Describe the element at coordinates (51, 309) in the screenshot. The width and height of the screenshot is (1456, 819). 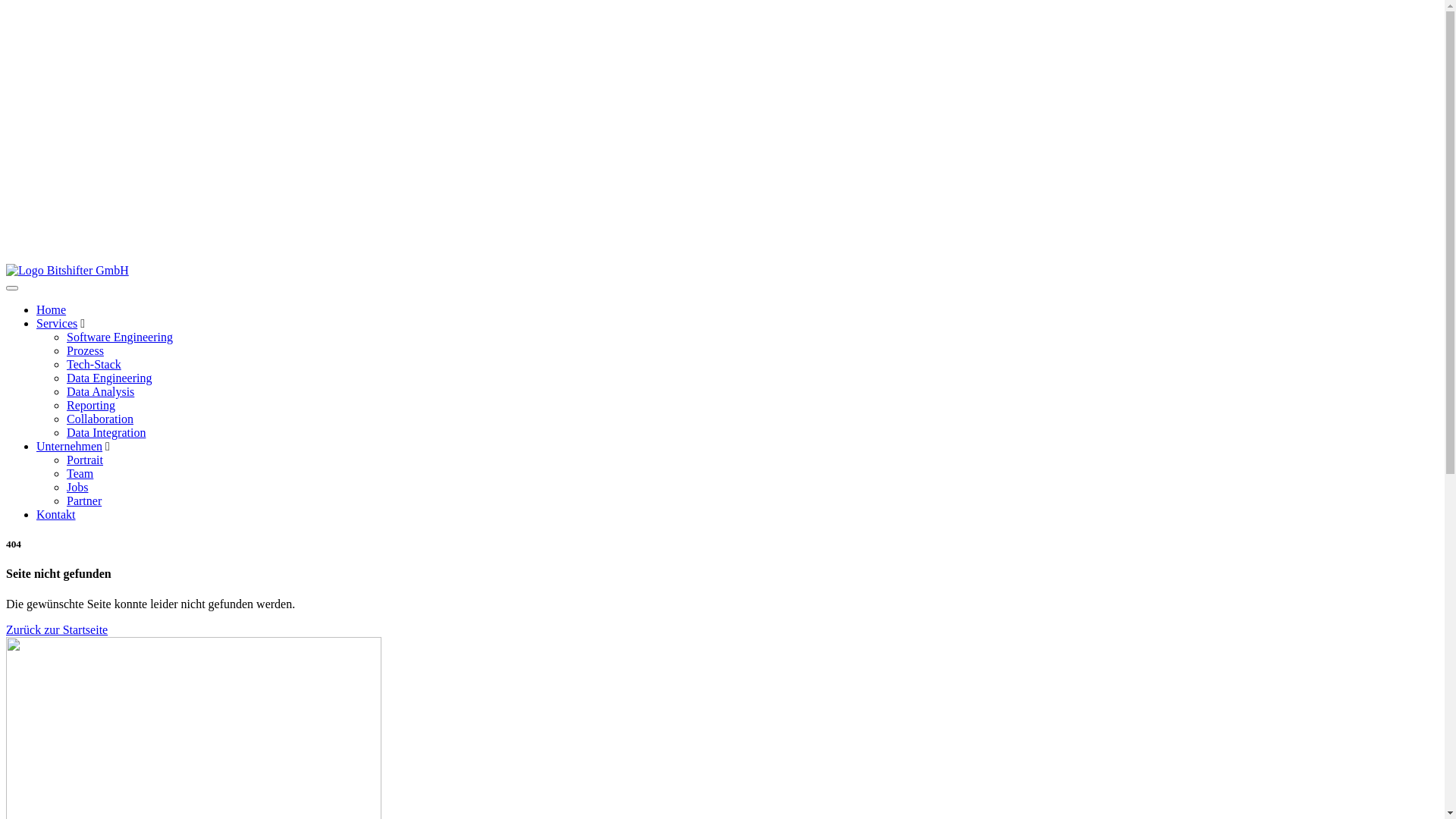
I see `'Home'` at that location.